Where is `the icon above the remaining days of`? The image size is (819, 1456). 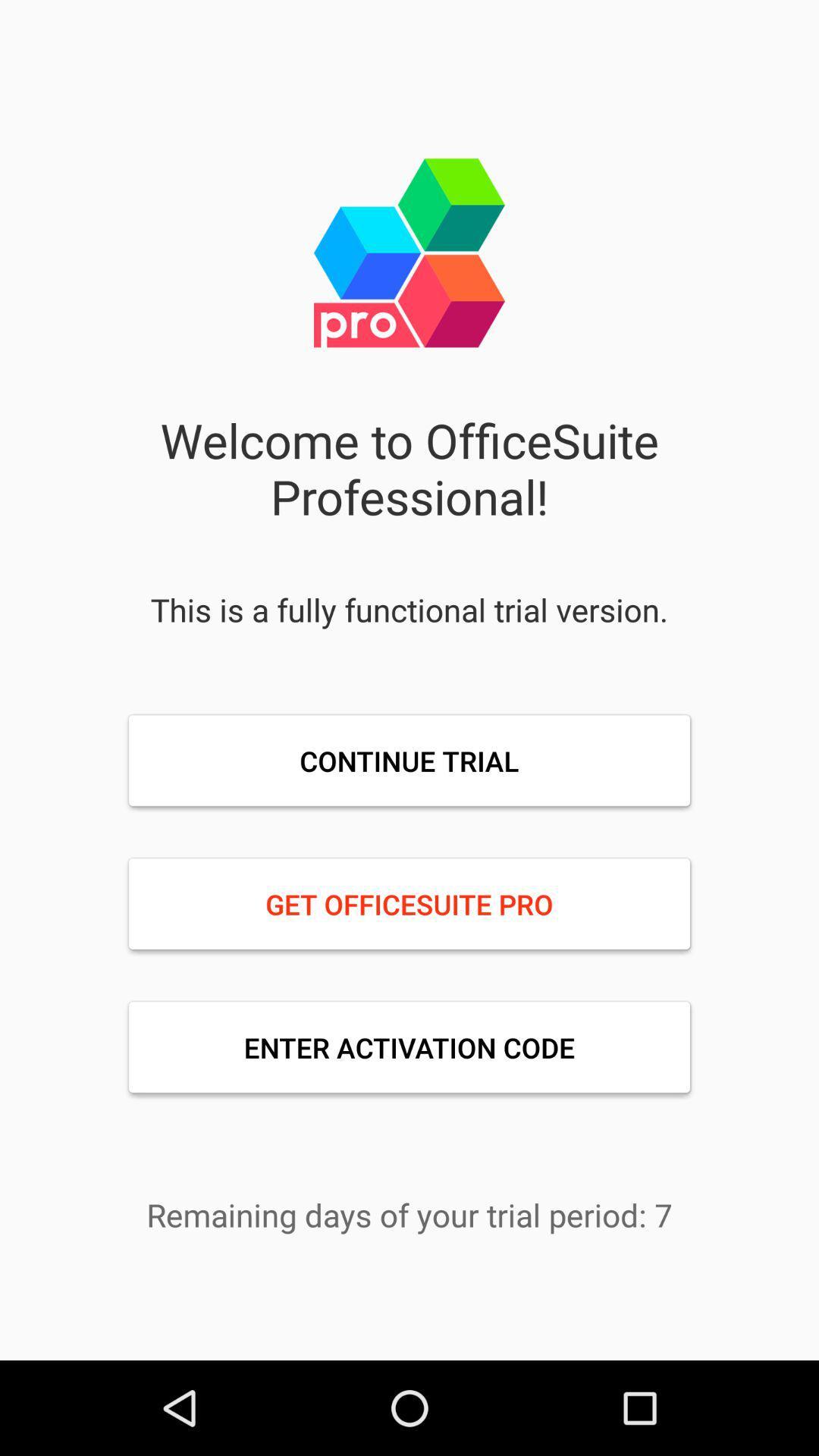 the icon above the remaining days of is located at coordinates (409, 1046).